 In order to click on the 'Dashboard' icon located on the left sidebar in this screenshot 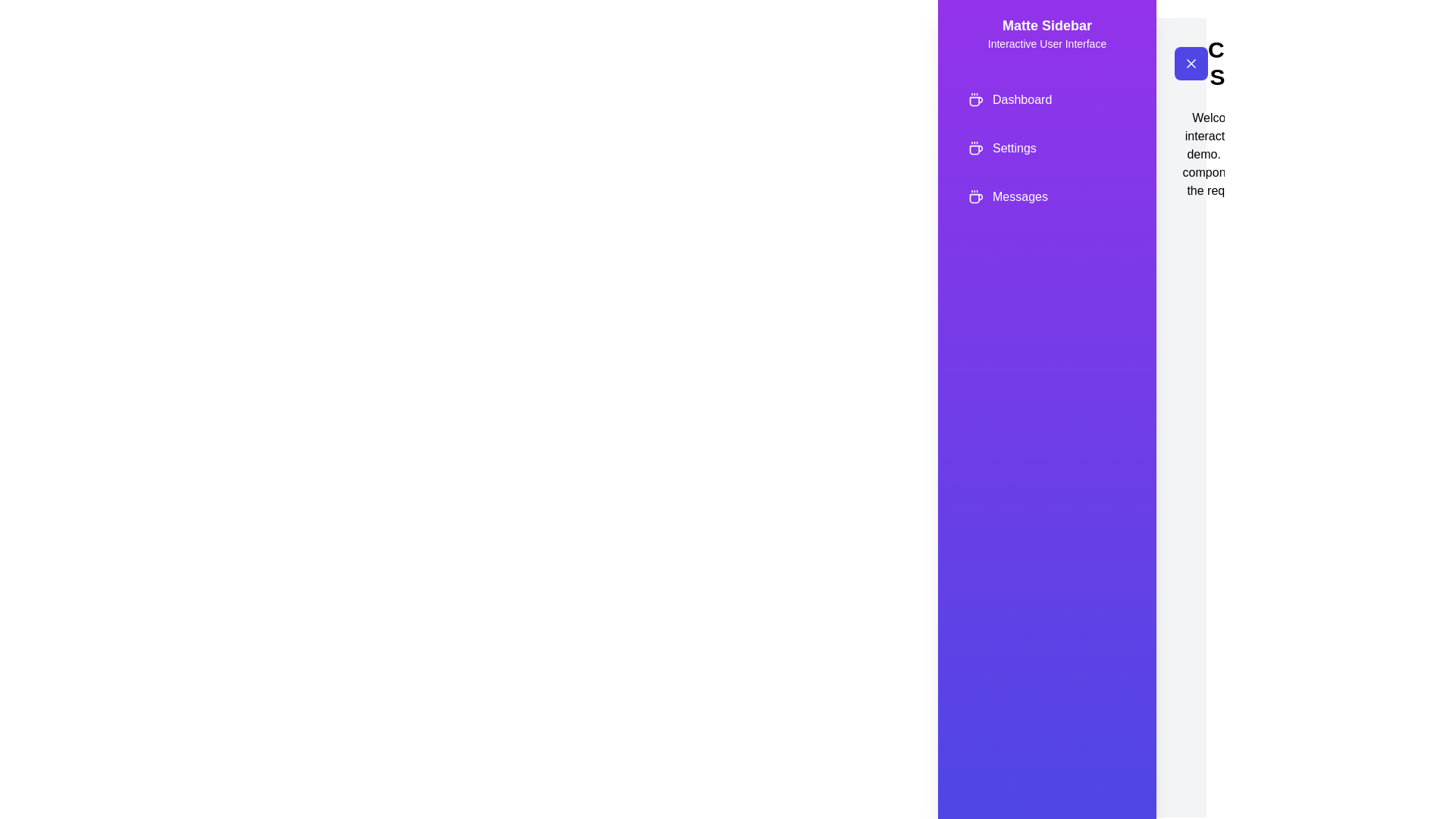, I will do `click(975, 99)`.